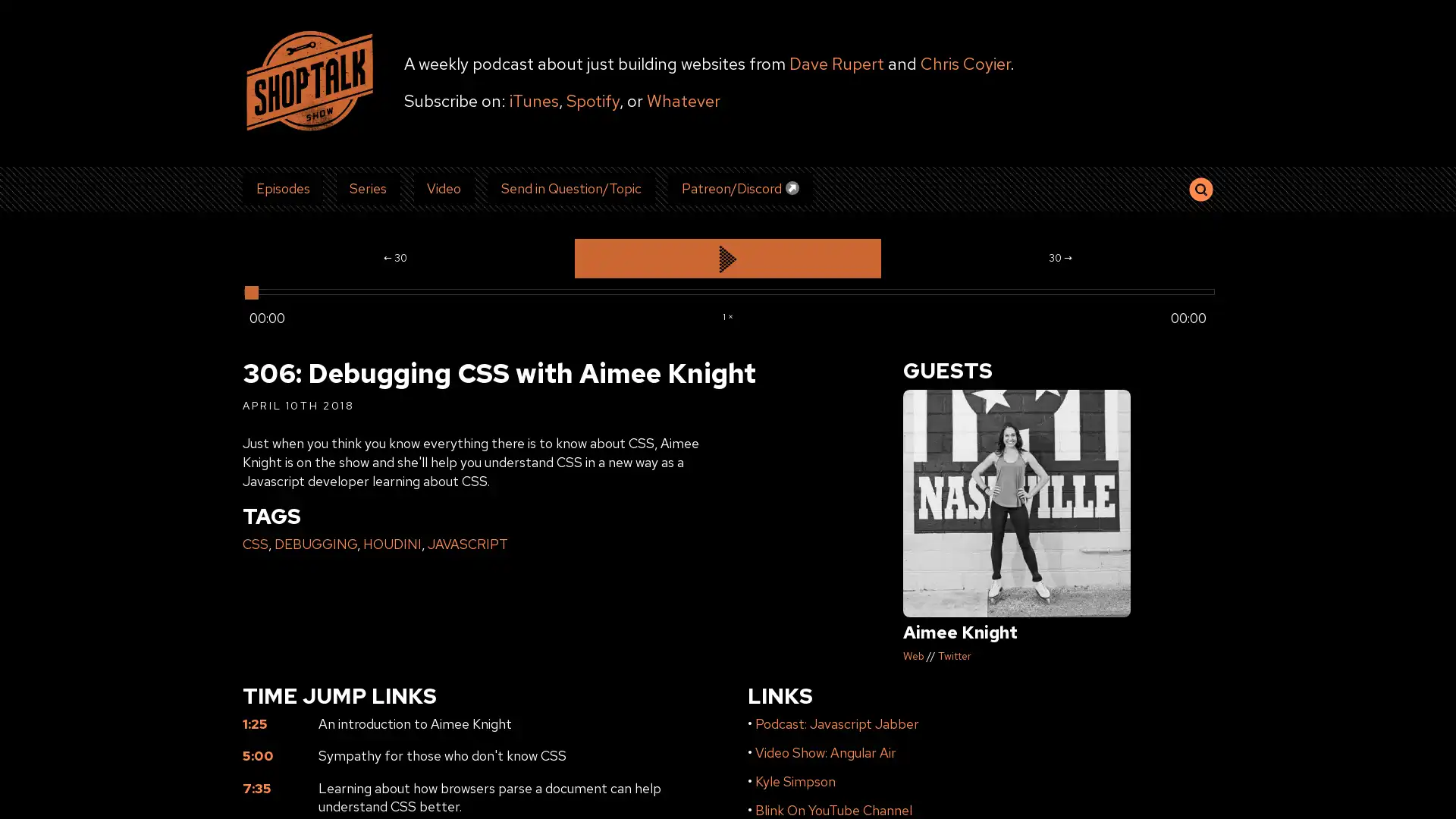 This screenshot has height=819, width=1456. Describe the element at coordinates (726, 257) in the screenshot. I see `Play` at that location.